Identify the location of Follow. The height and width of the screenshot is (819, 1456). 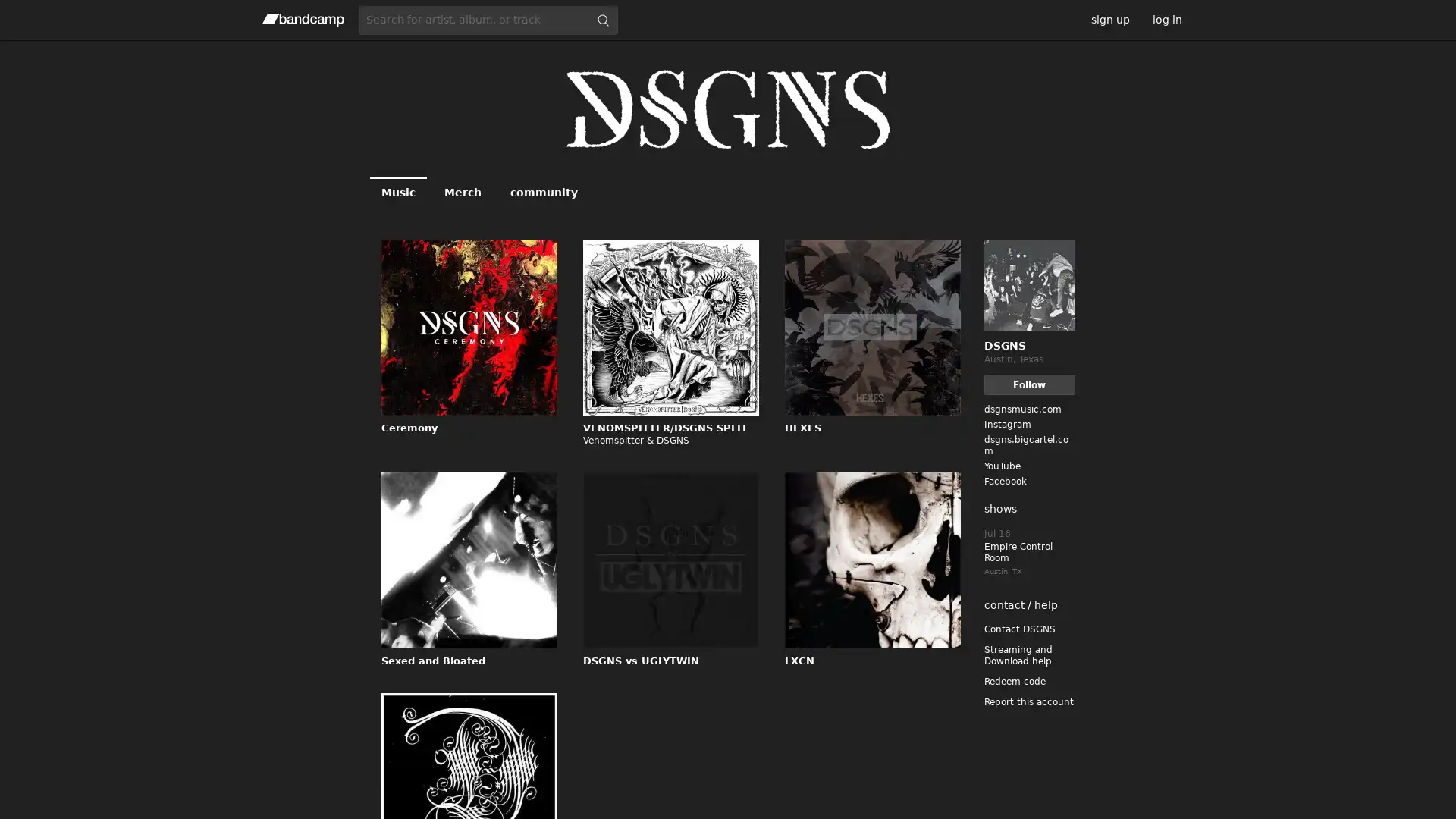
(1029, 384).